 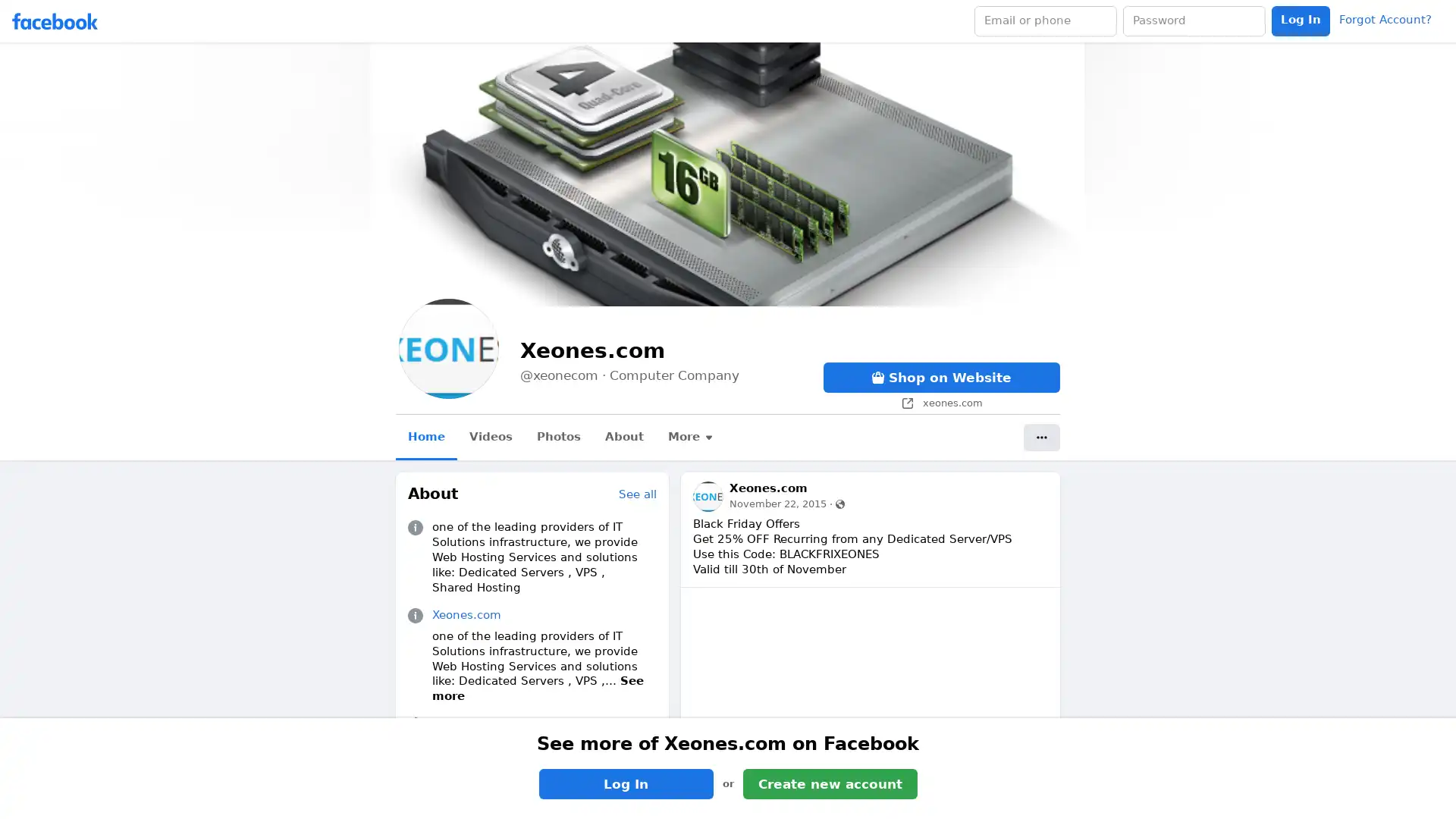 What do you see at coordinates (1040, 438) in the screenshot?
I see `More actions` at bounding box center [1040, 438].